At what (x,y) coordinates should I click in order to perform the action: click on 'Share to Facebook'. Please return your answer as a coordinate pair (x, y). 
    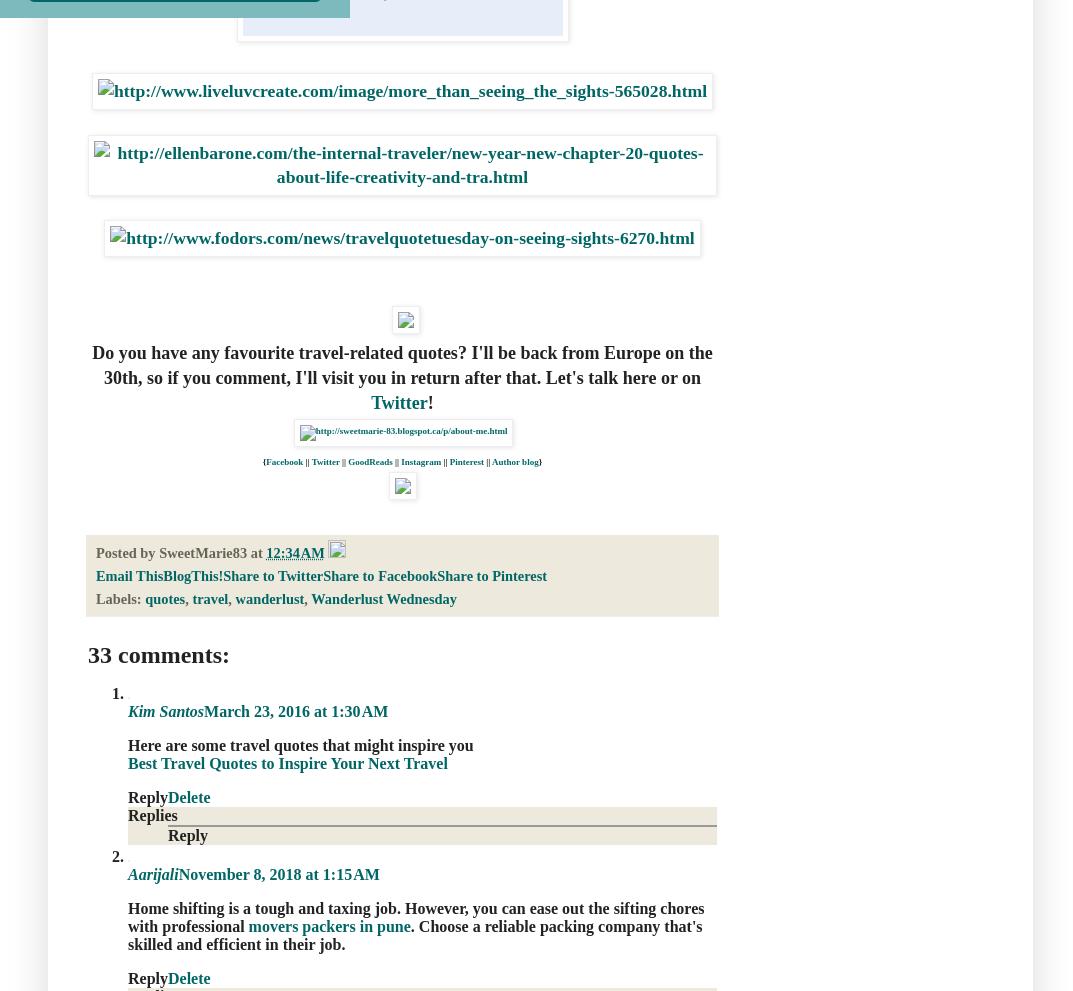
    Looking at the image, I should click on (378, 573).